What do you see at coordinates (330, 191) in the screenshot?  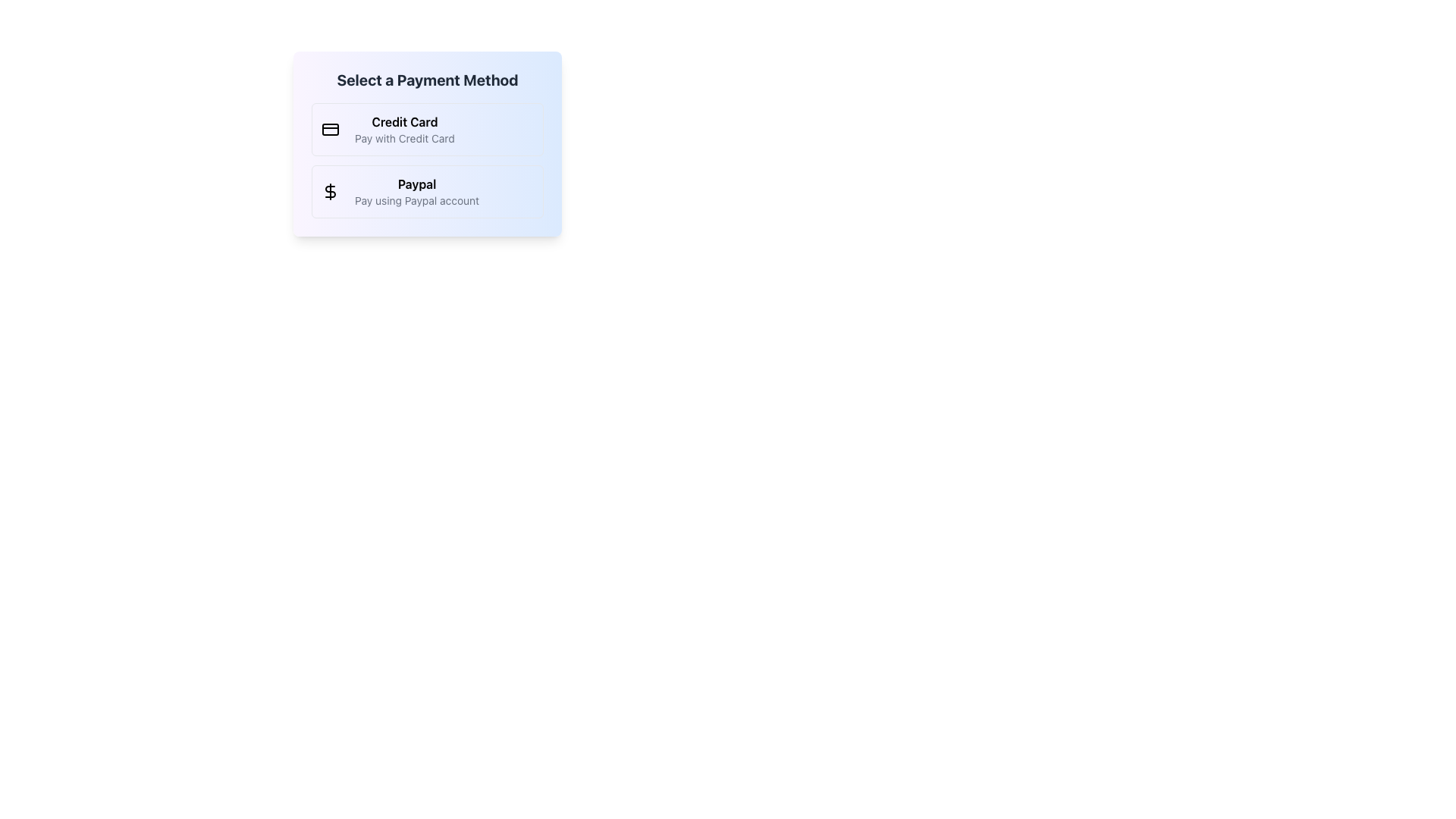 I see `the Paypal payment method icon, which is located to the left of the text inside the Paypal button, the second option in the list of payment methods` at bounding box center [330, 191].